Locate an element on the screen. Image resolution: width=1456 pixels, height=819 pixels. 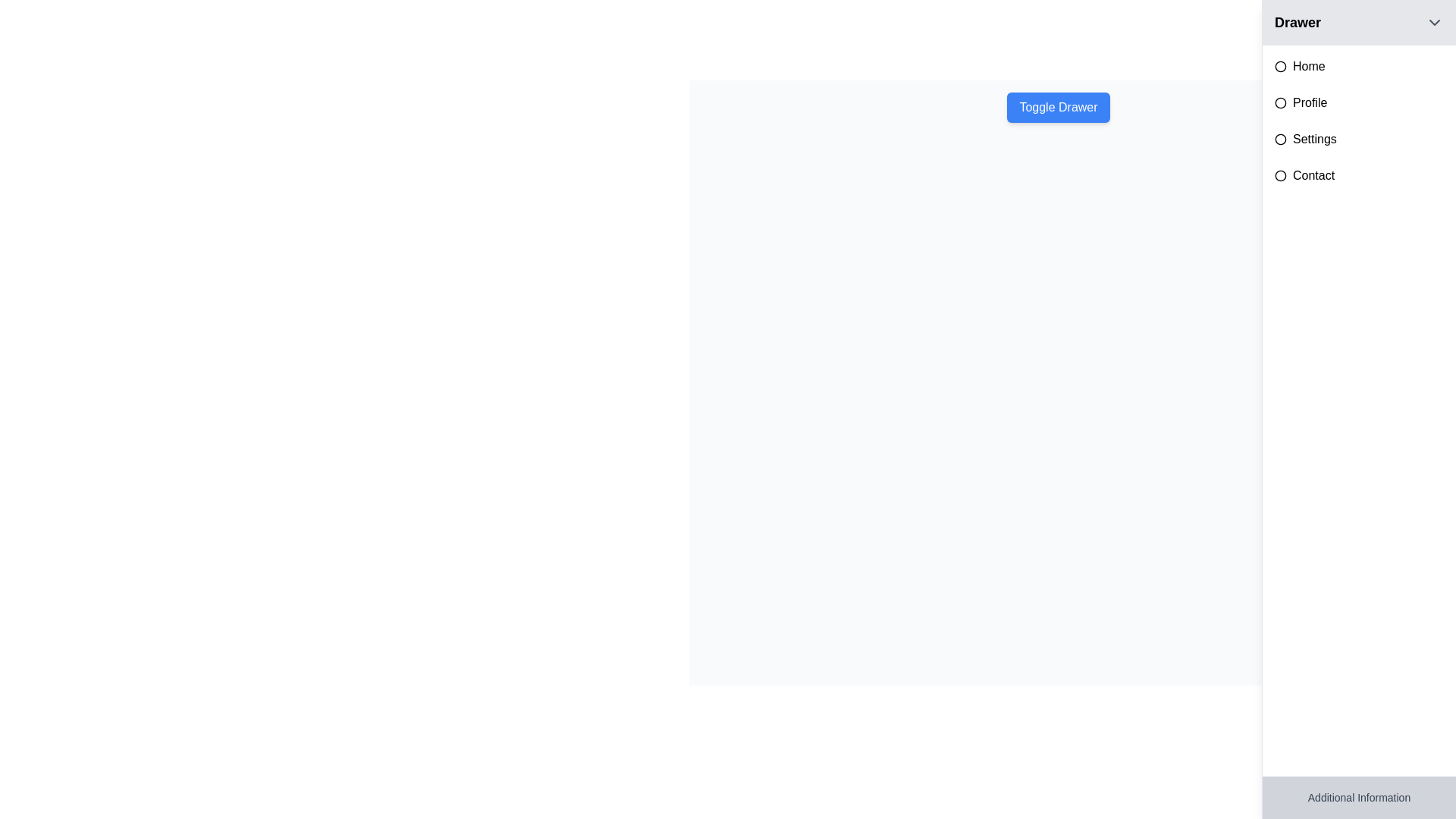
the active state icon (circle) associated with the 'Home' option is located at coordinates (1280, 66).